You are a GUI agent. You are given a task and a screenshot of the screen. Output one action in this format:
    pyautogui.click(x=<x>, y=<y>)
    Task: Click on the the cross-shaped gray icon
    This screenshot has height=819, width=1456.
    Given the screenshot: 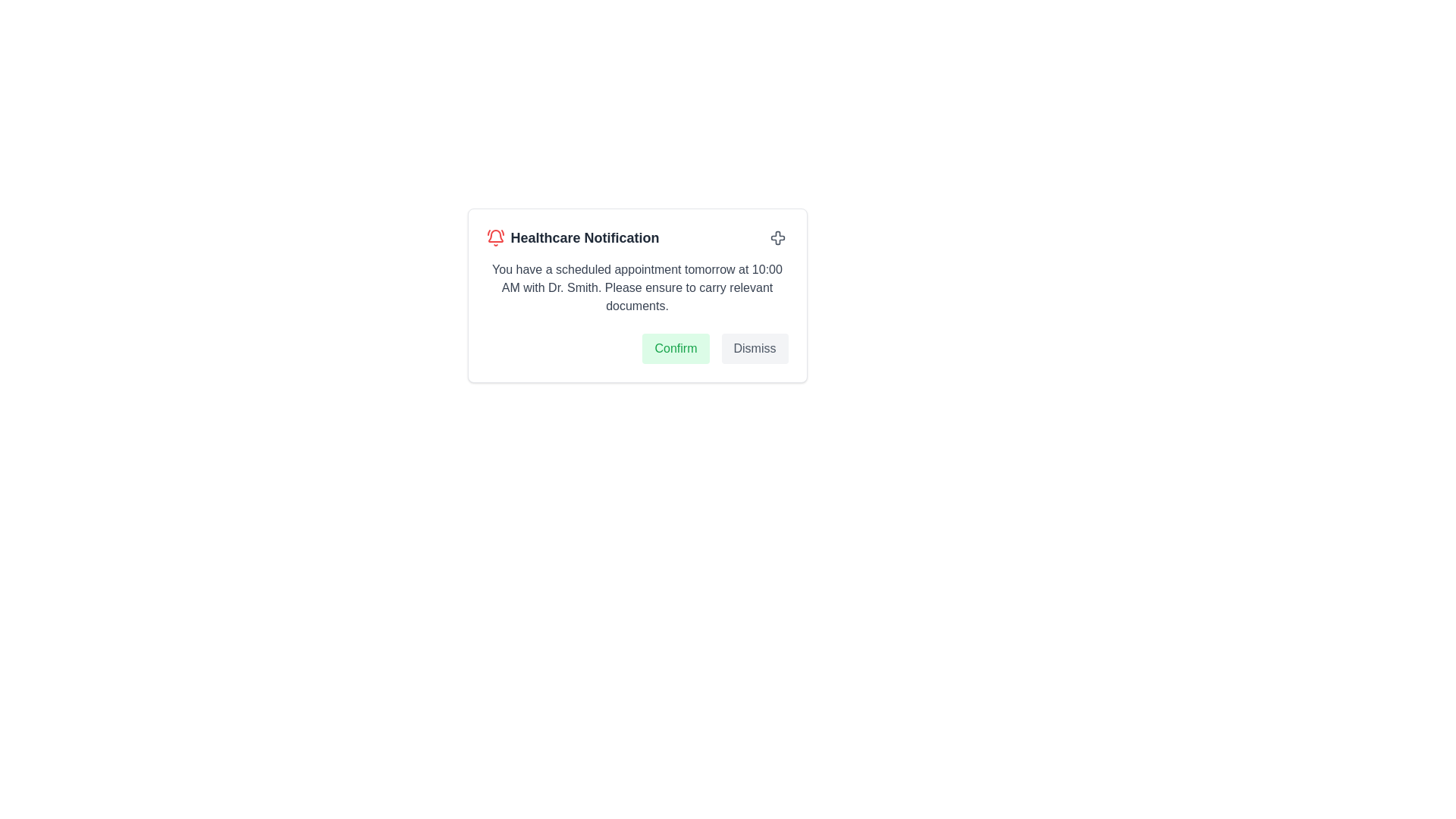 What is the action you would take?
    pyautogui.click(x=777, y=237)
    